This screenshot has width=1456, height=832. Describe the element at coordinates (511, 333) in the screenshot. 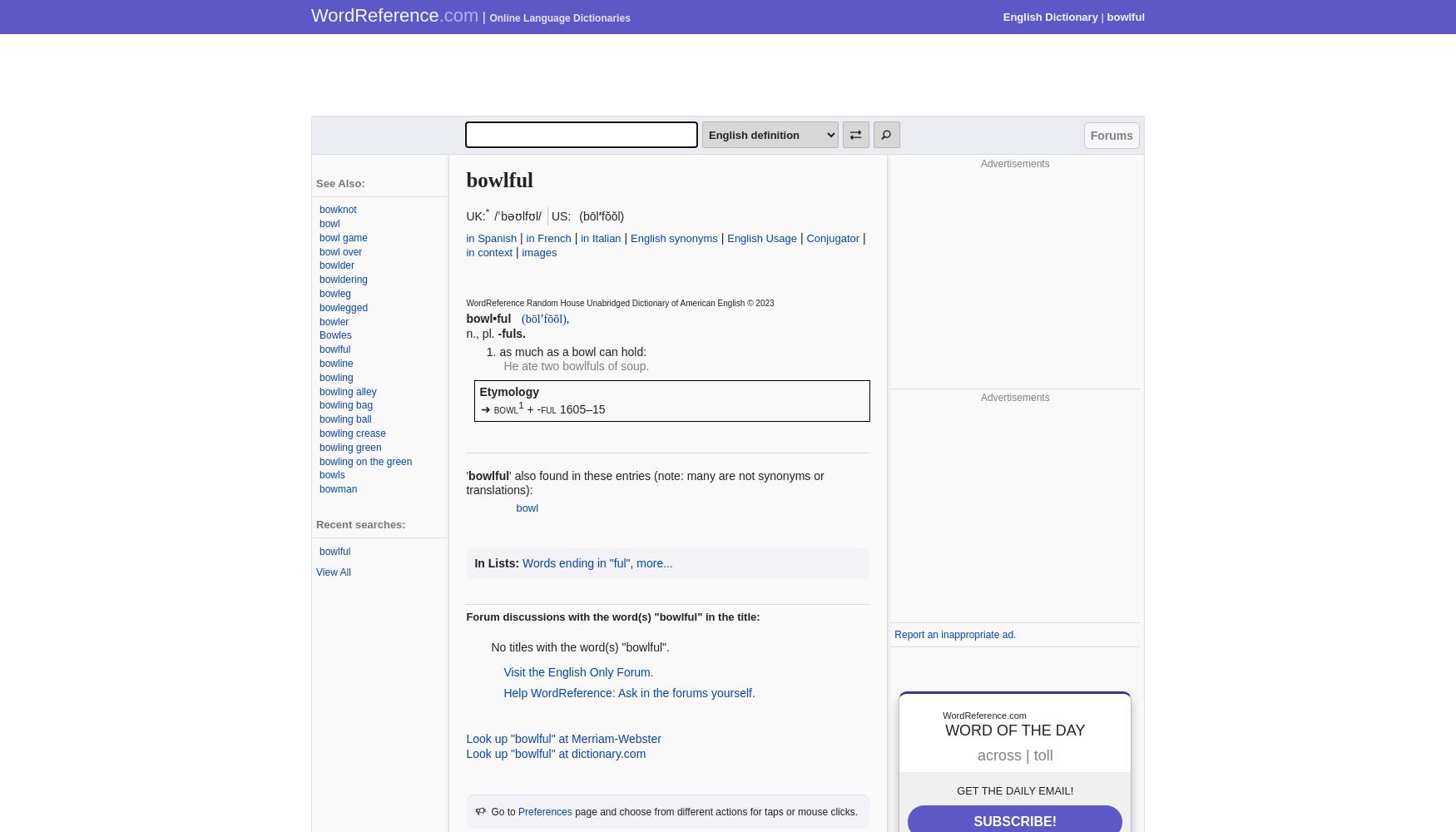

I see `'-fuls.'` at that location.